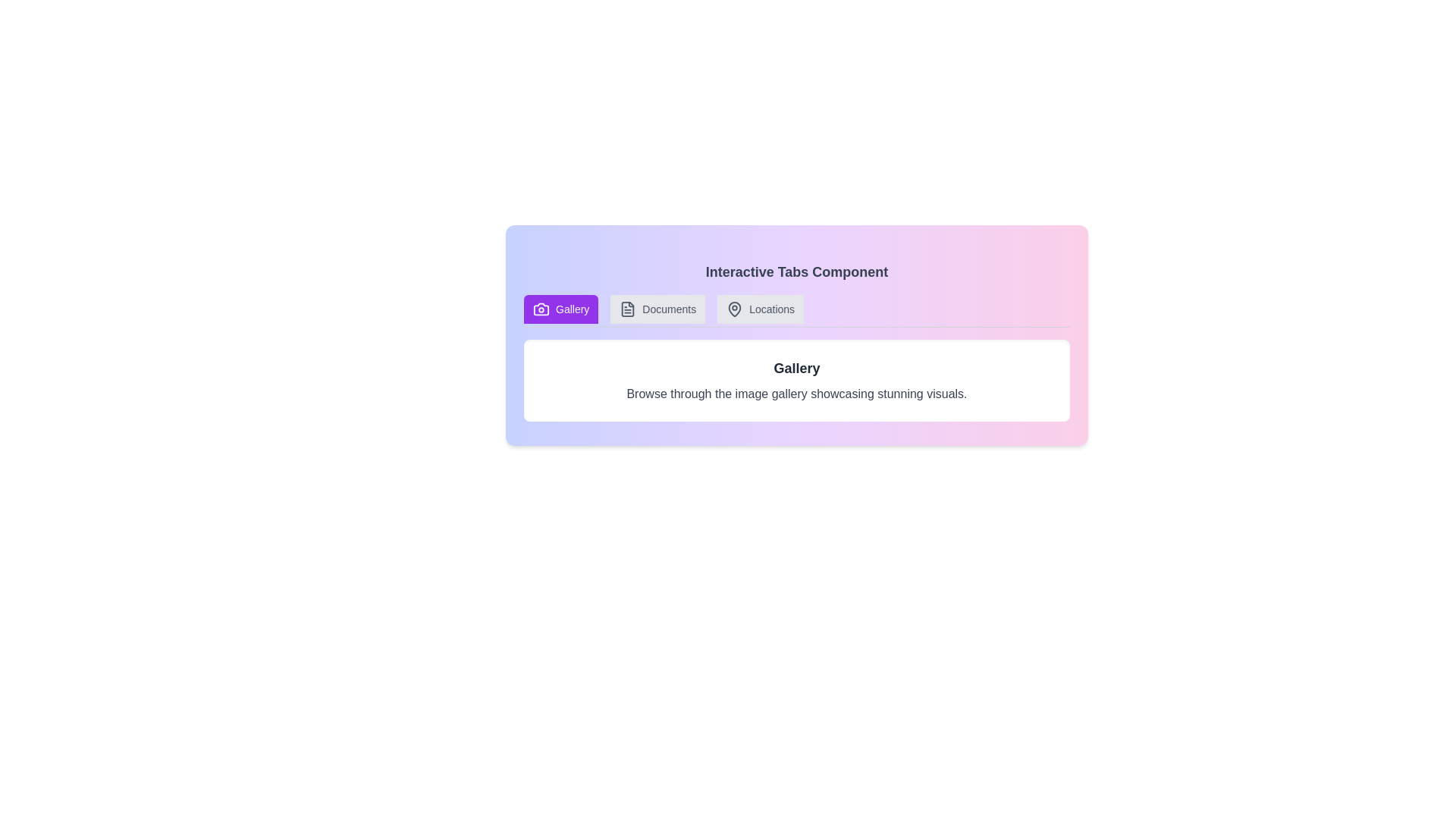 The image size is (1456, 819). Describe the element at coordinates (657, 309) in the screenshot. I see `the Documents tab` at that location.